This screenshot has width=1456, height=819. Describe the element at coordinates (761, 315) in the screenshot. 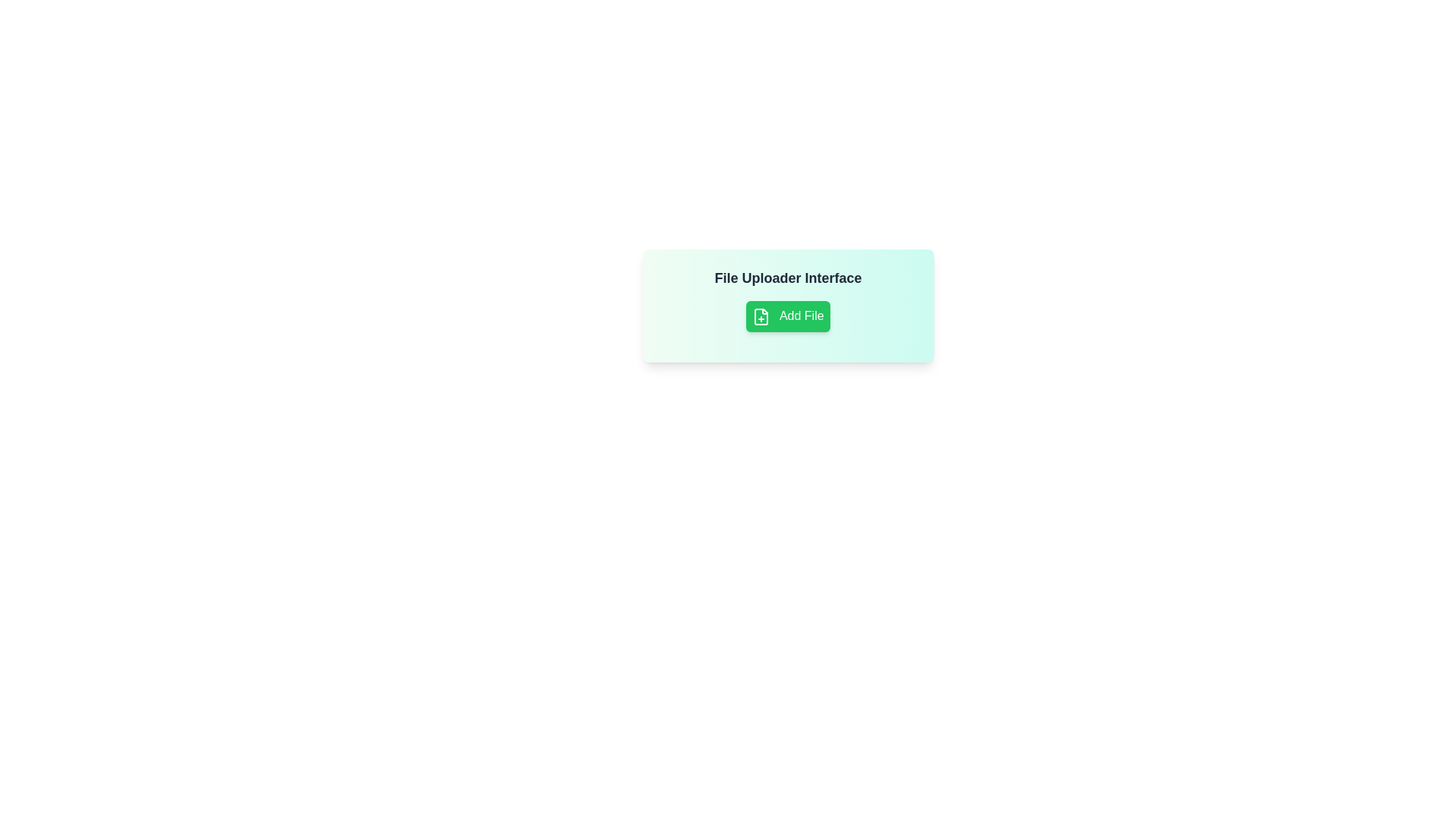

I see `the SVG icon representing 'file with a plus sign' within the green button labeled 'Add File' located at the center of the card's interface` at that location.